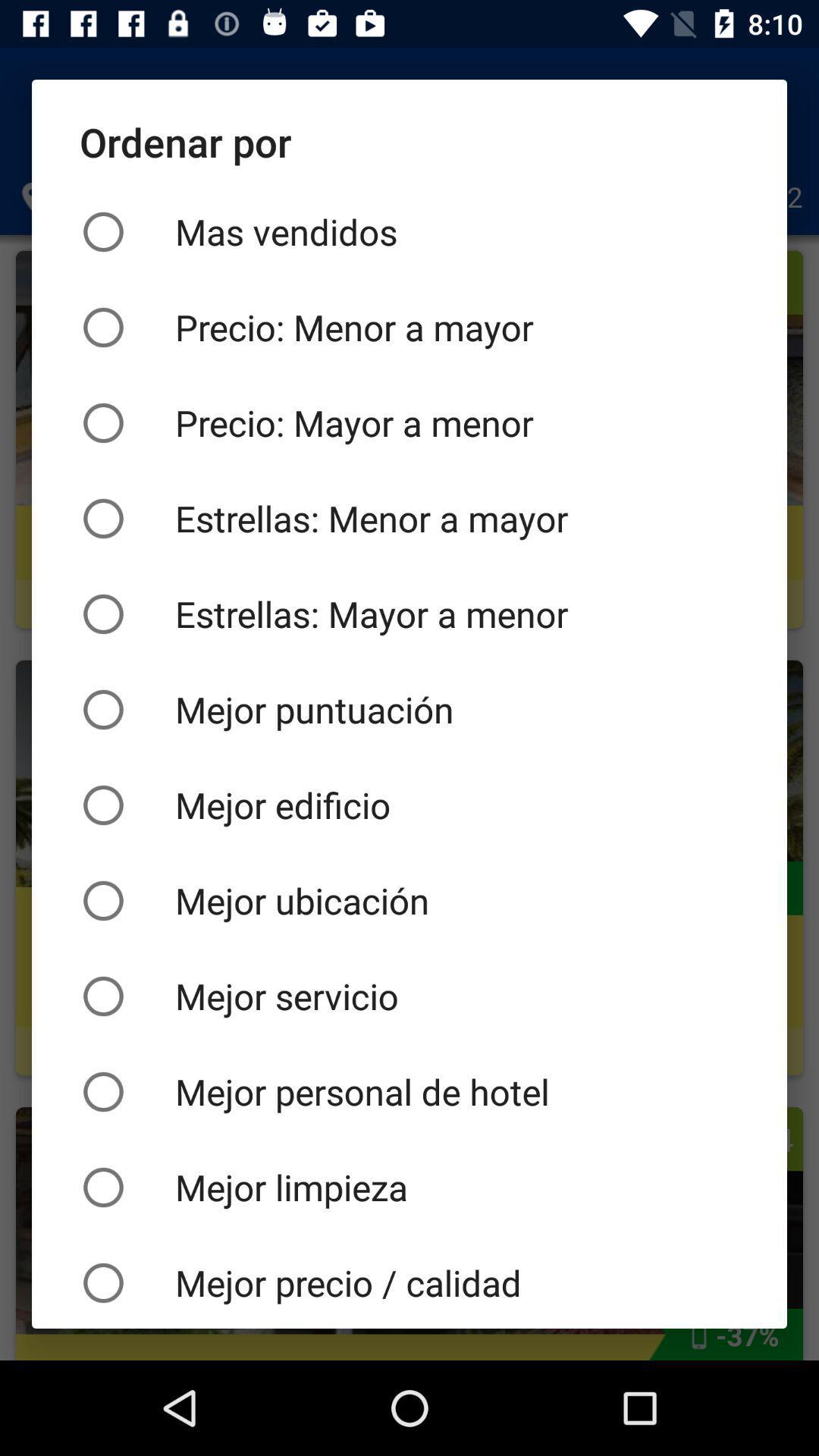  Describe the element at coordinates (409, 804) in the screenshot. I see `the mejor edificio icon` at that location.